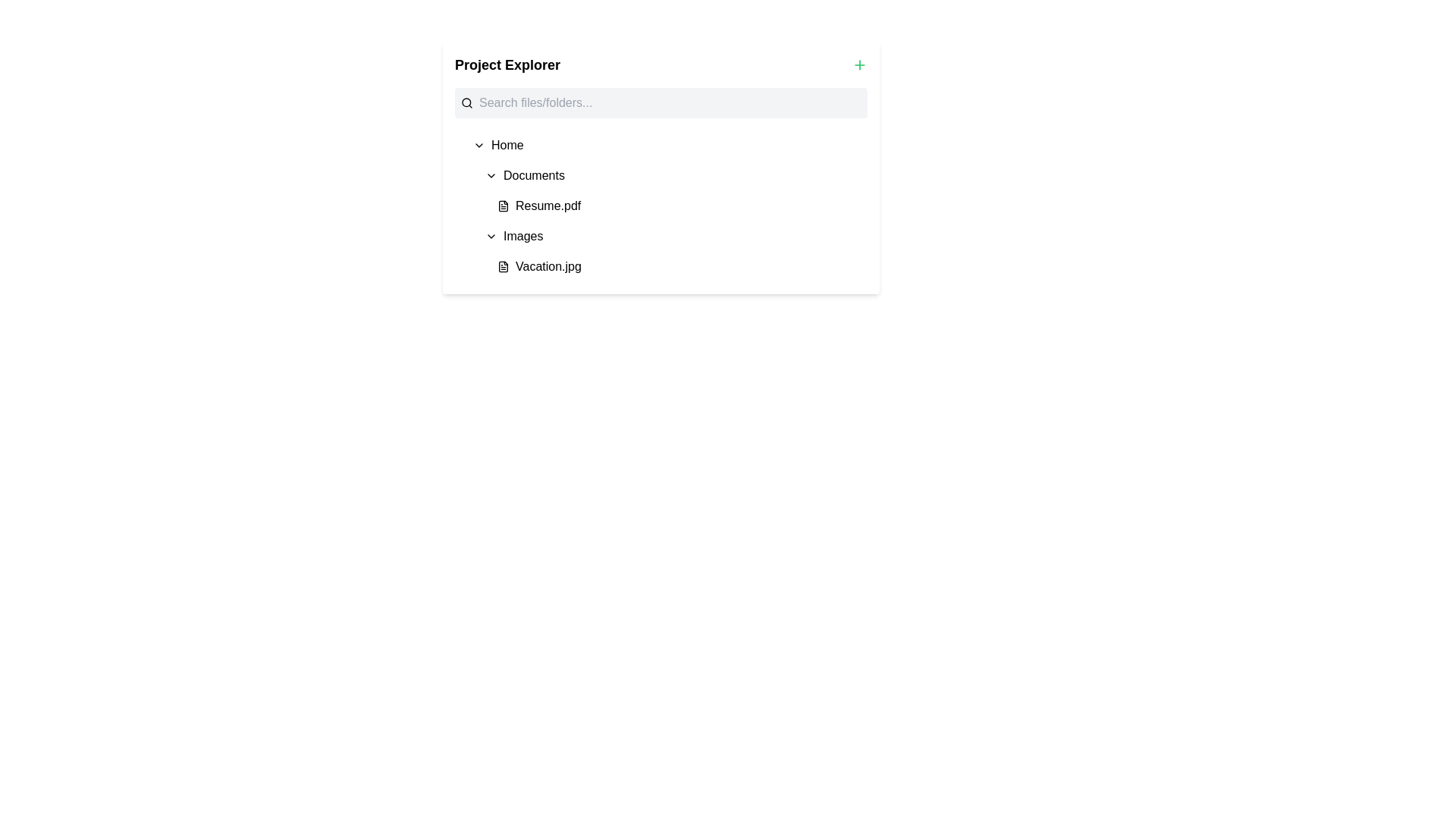 The width and height of the screenshot is (1456, 819). What do you see at coordinates (679, 265) in the screenshot?
I see `on the selectable file entry located under the 'Images' section in the 'Project Explorer' panel` at bounding box center [679, 265].